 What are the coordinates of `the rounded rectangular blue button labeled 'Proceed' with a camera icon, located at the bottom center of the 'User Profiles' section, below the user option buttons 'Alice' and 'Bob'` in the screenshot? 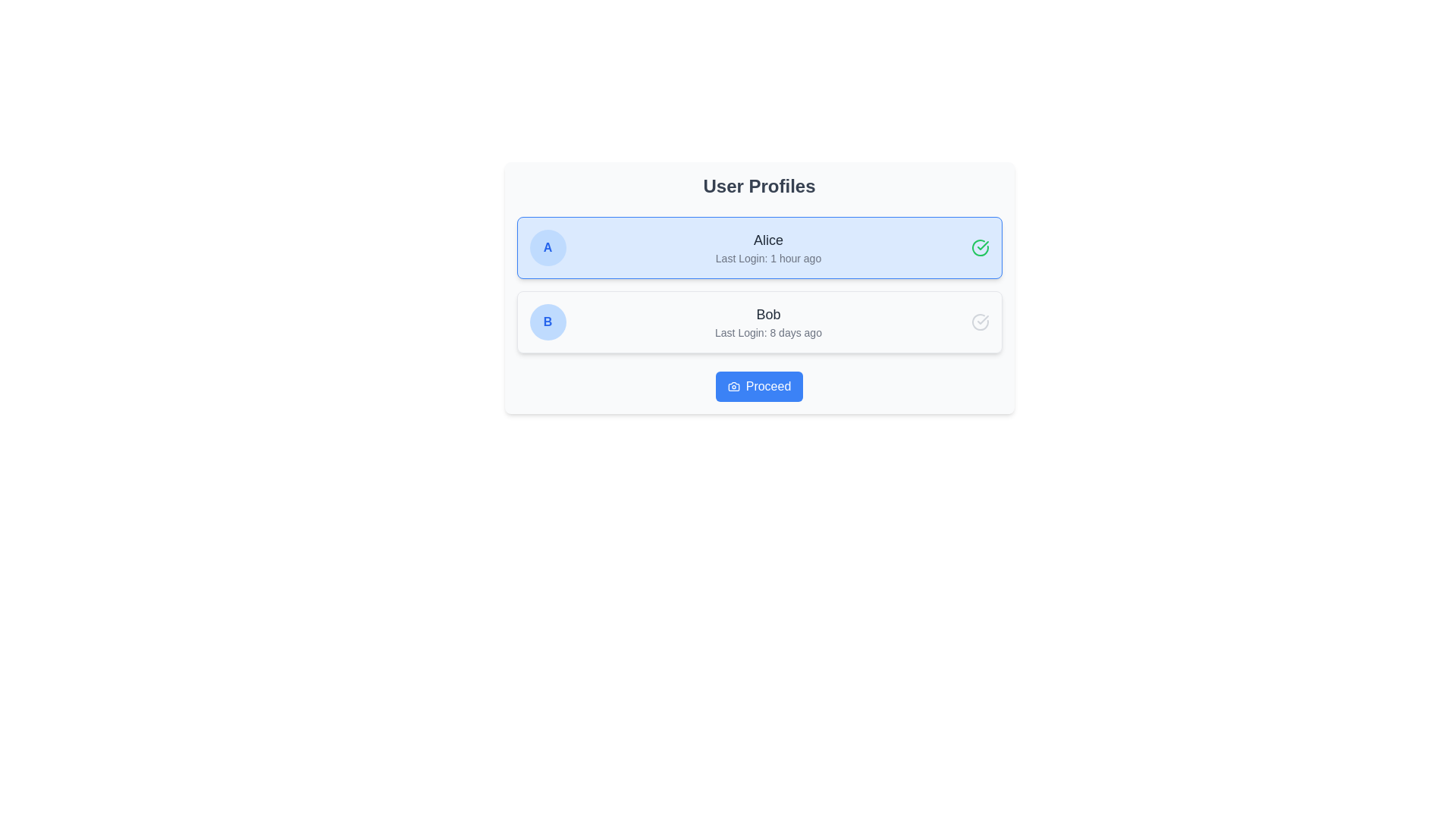 It's located at (759, 385).